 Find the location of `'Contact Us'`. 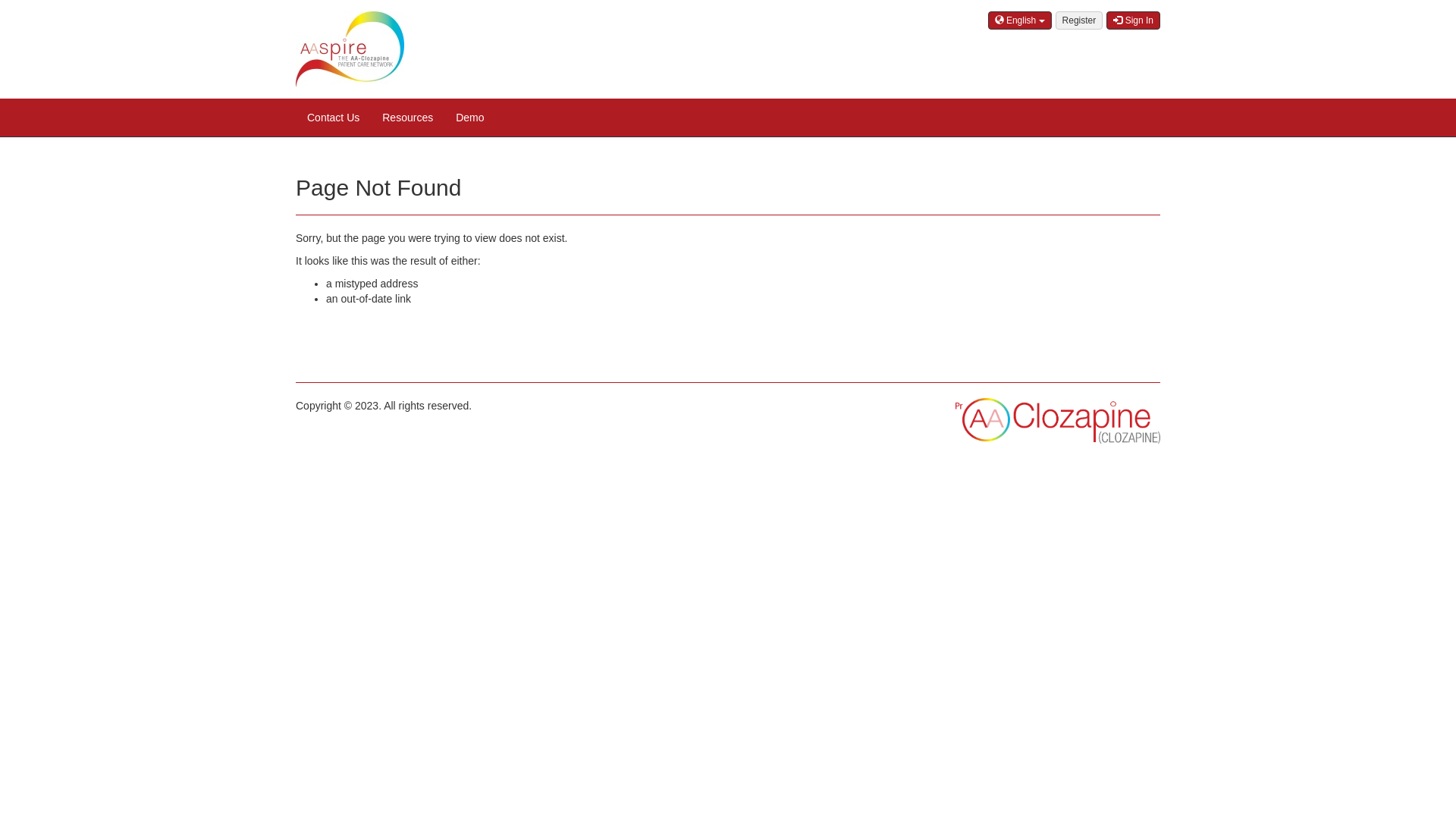

'Contact Us' is located at coordinates (332, 116).